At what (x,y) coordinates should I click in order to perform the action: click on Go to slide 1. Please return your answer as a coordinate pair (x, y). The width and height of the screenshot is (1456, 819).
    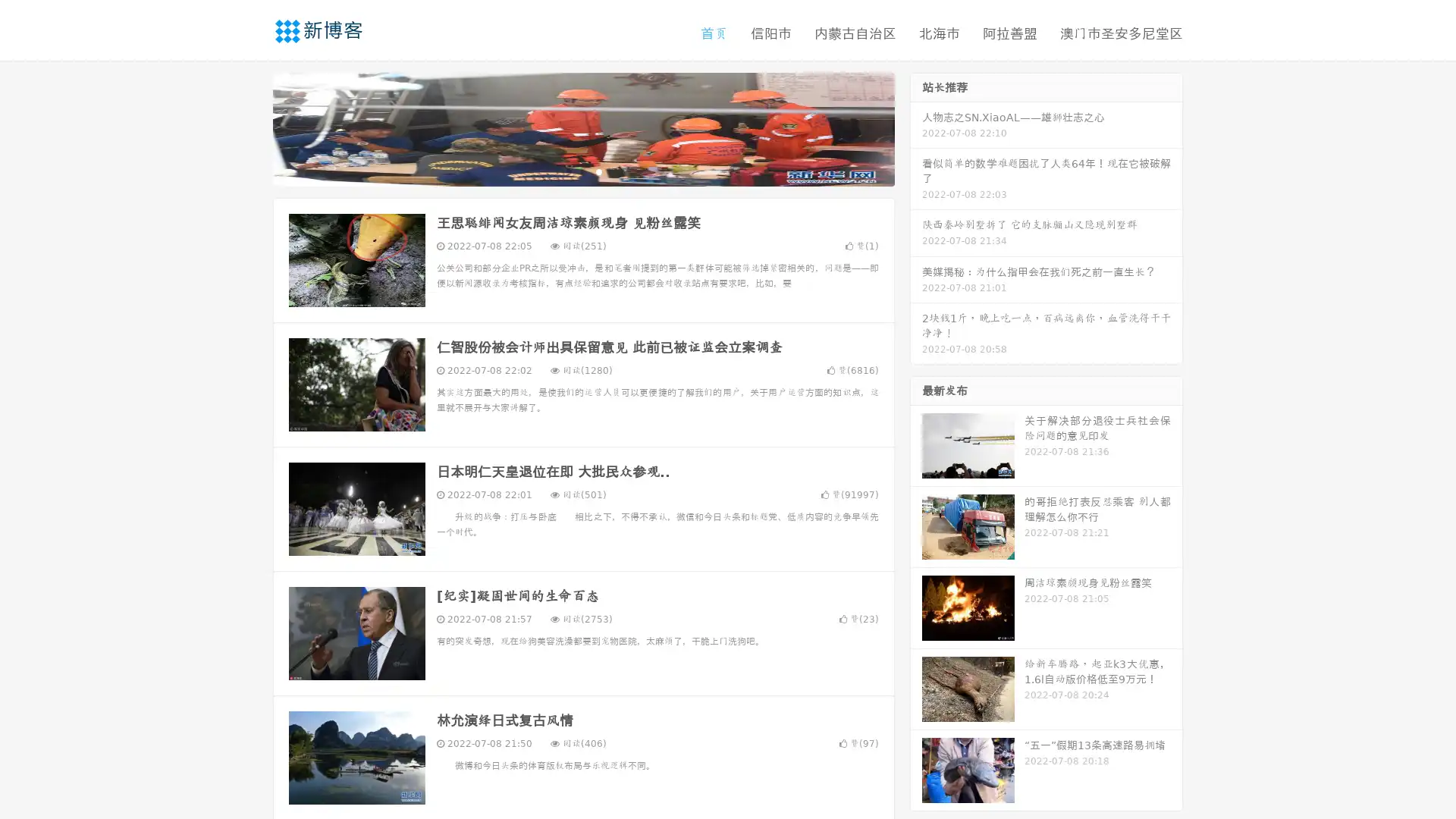
    Looking at the image, I should click on (567, 171).